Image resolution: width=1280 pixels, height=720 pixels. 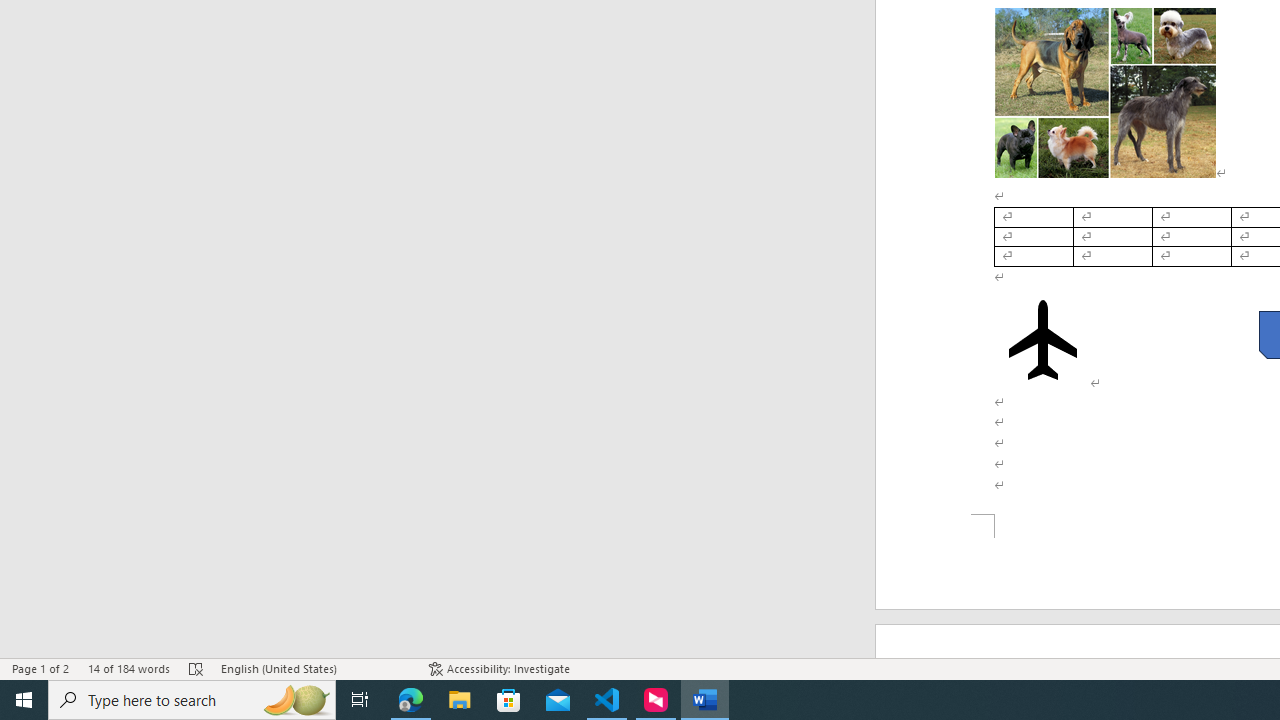 What do you see at coordinates (1104, 92) in the screenshot?
I see `'Morphological variation in six dogs'` at bounding box center [1104, 92].